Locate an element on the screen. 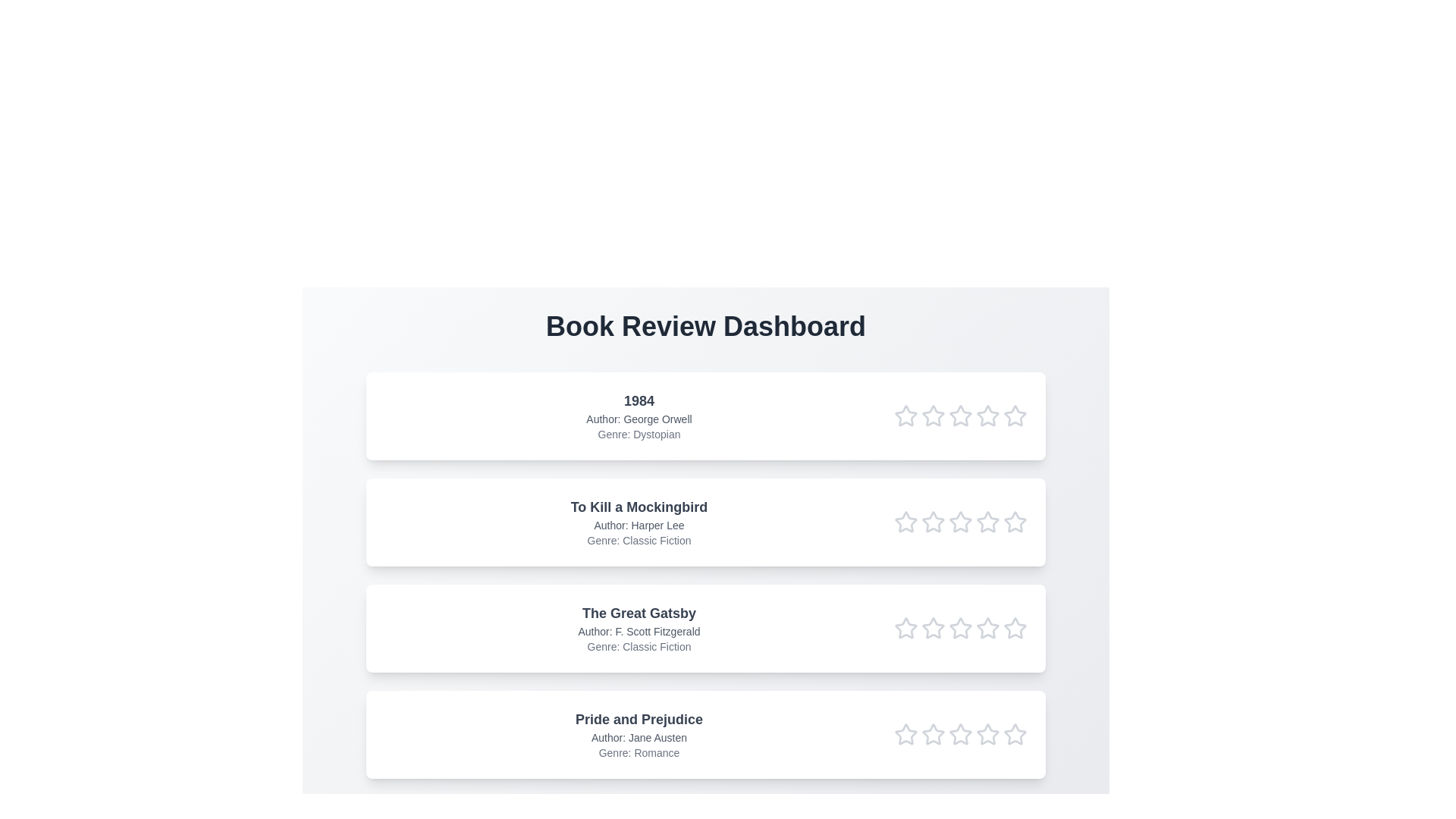 This screenshot has height=819, width=1456. the rating of the book 'To Kill a Mockingbird' to 2 stars by clicking on the respective star is located at coordinates (932, 522).